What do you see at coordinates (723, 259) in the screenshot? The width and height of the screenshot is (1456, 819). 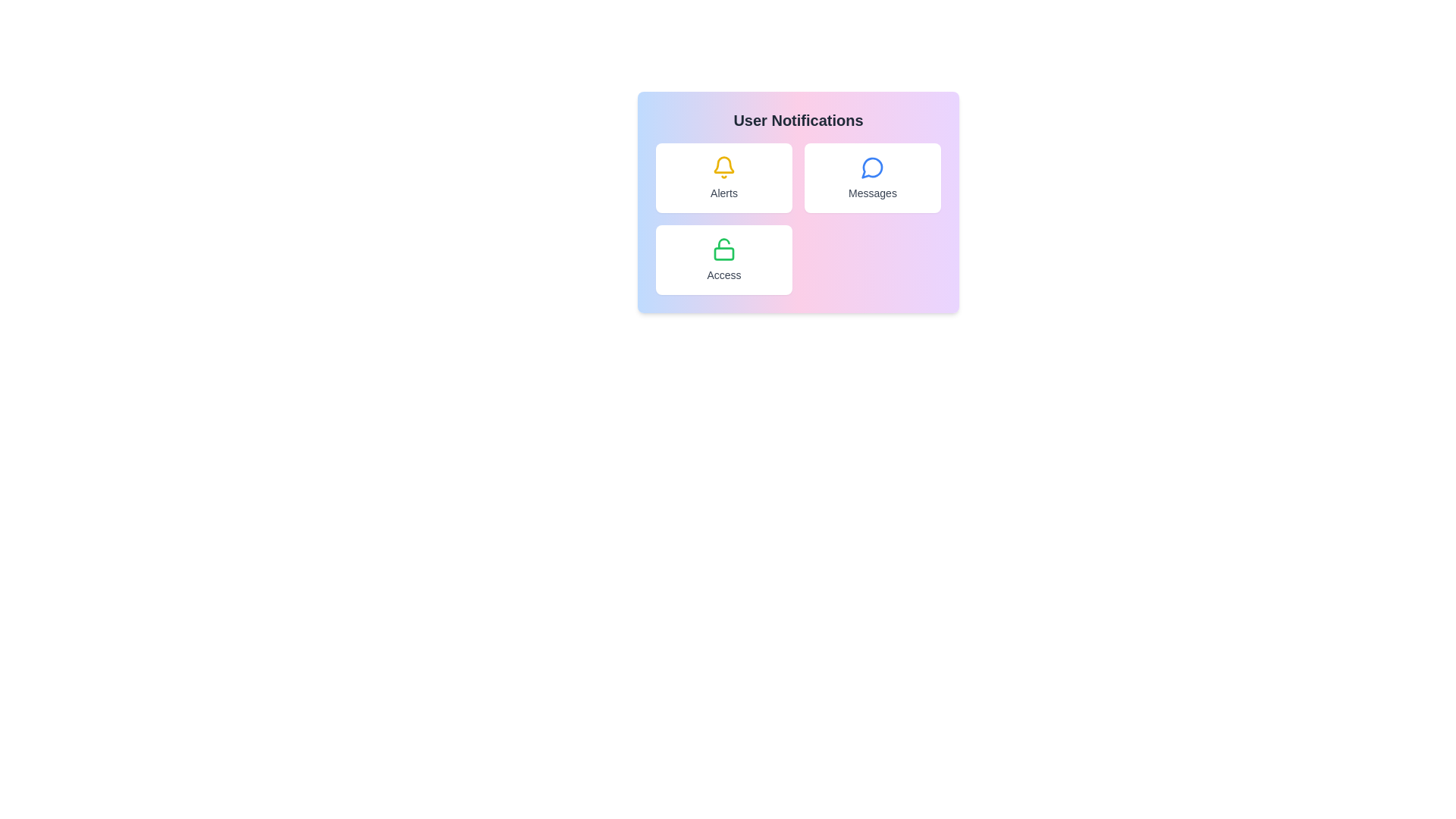 I see `the button in the lower-left cell of the grid layout` at bounding box center [723, 259].